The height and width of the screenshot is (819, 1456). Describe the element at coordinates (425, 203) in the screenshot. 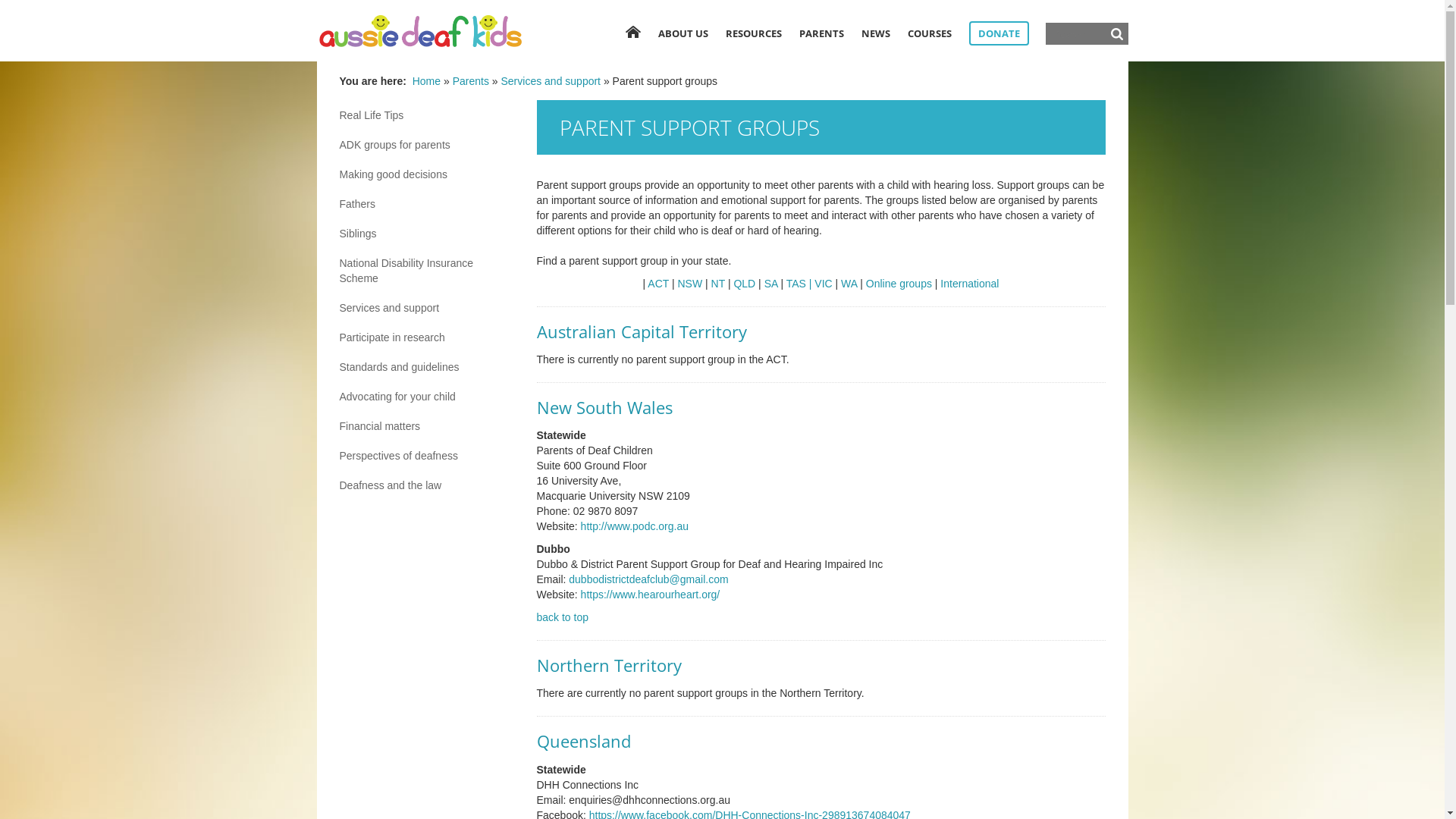

I see `'Fathers'` at that location.